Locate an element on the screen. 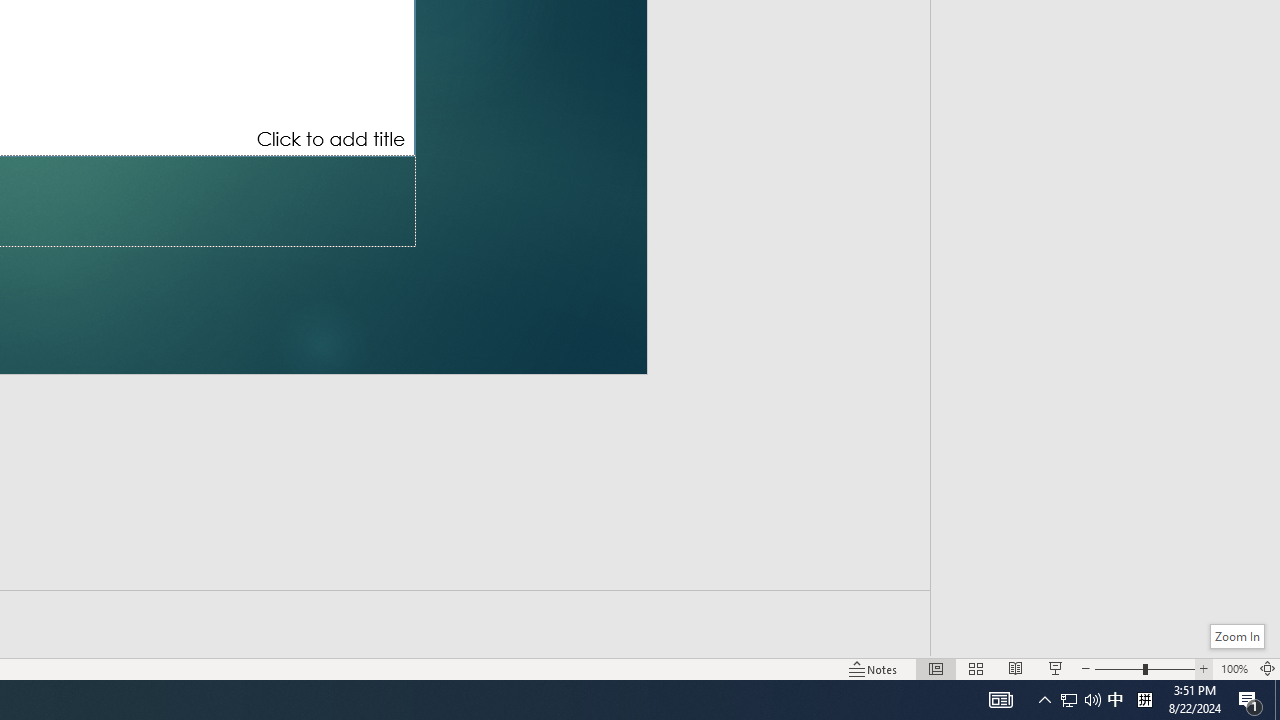 This screenshot has width=1280, height=720. 'Normal' is located at coordinates (935, 669).